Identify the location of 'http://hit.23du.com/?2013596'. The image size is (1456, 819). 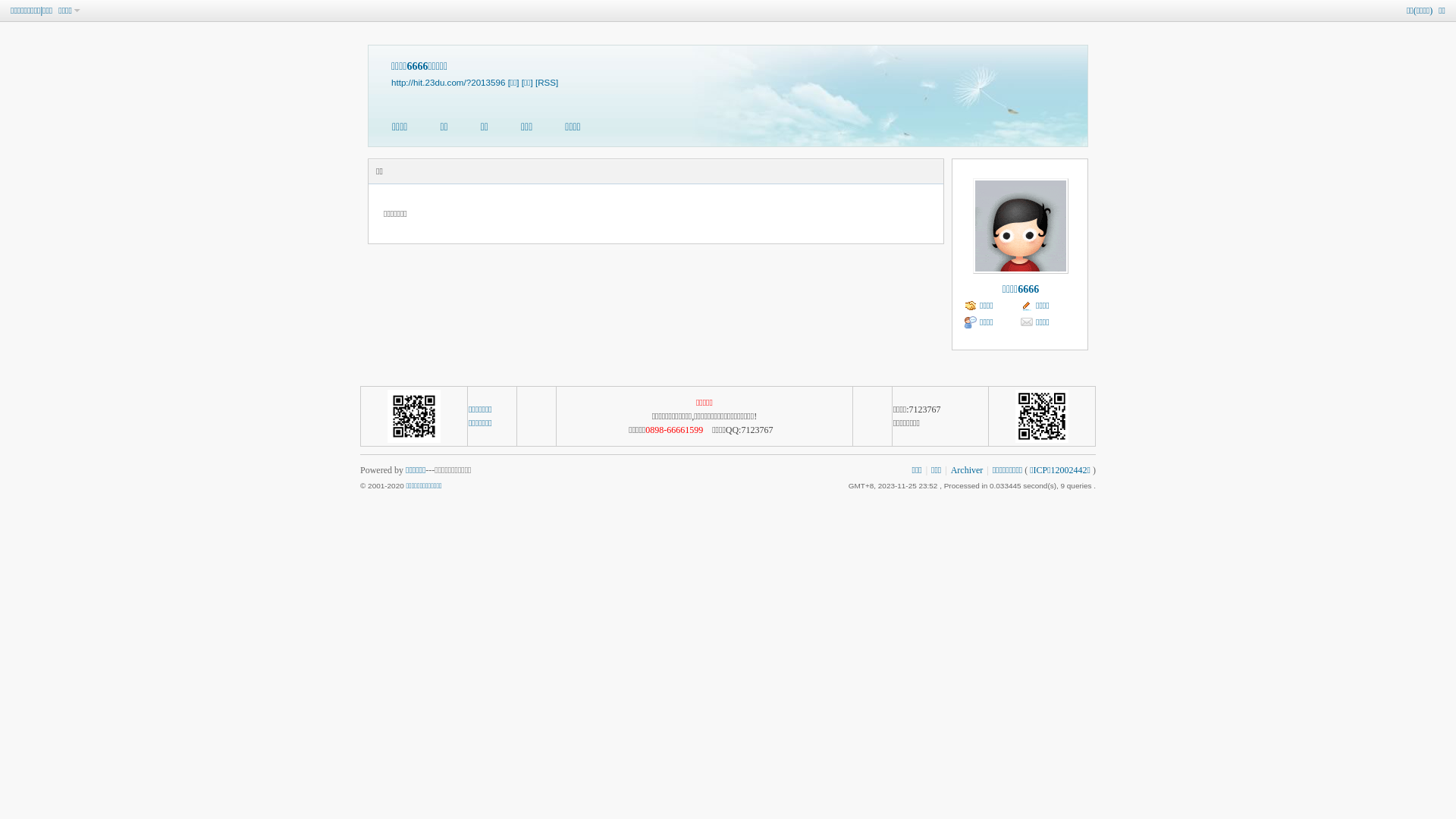
(447, 82).